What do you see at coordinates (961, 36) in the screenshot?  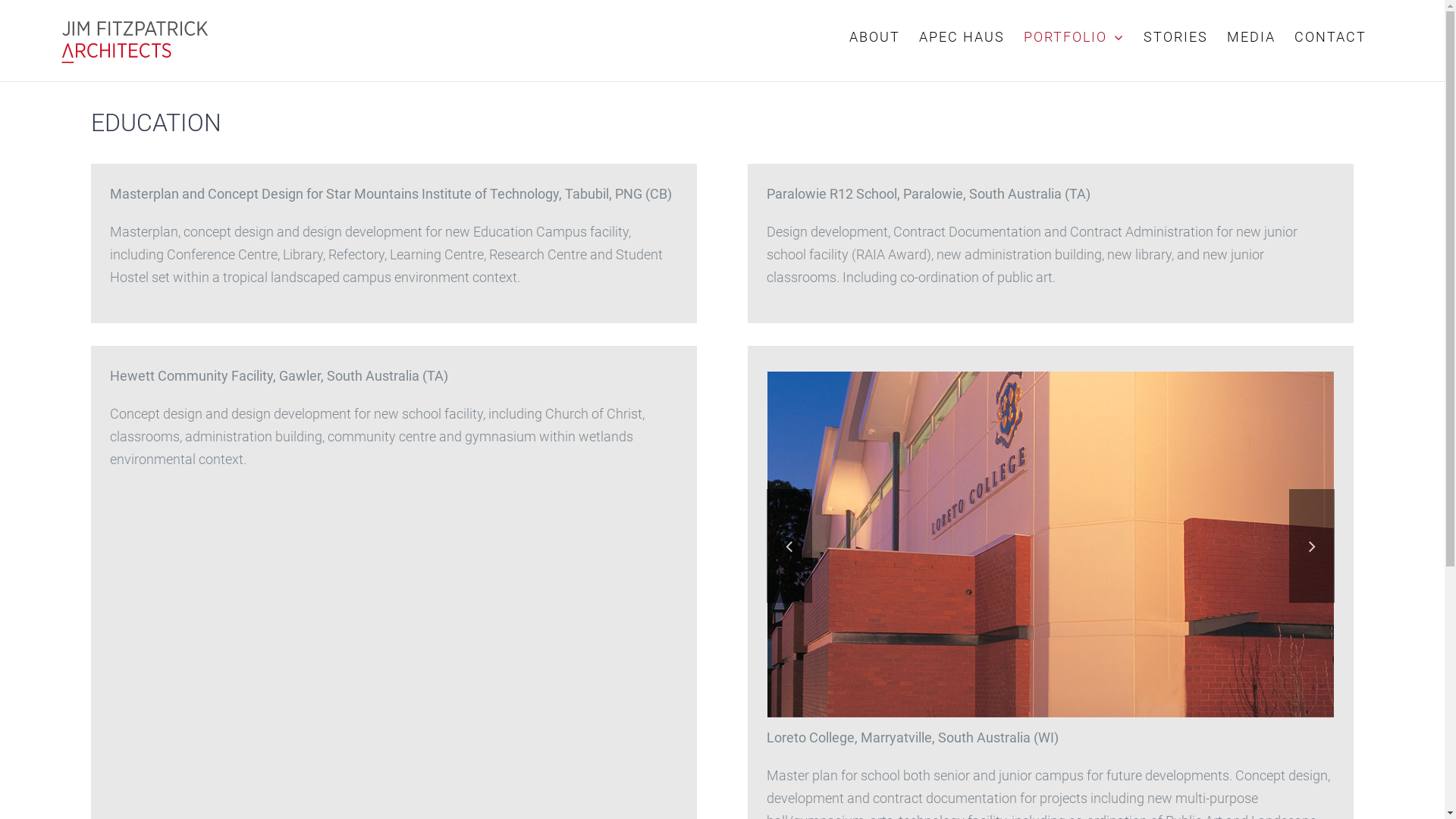 I see `'APEC HAUS'` at bounding box center [961, 36].